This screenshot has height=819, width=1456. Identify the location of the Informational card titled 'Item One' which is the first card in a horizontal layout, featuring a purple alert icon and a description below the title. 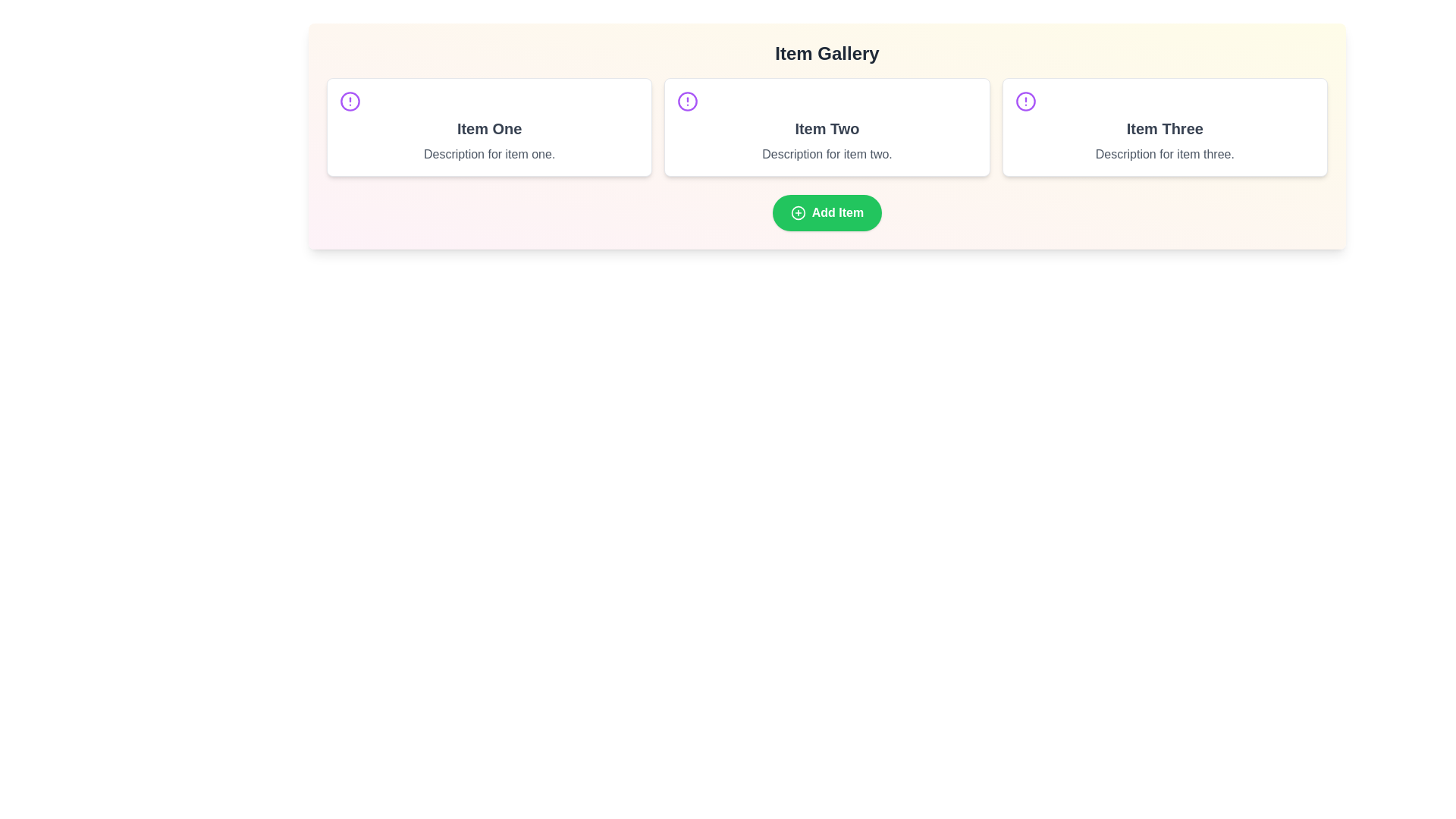
(489, 127).